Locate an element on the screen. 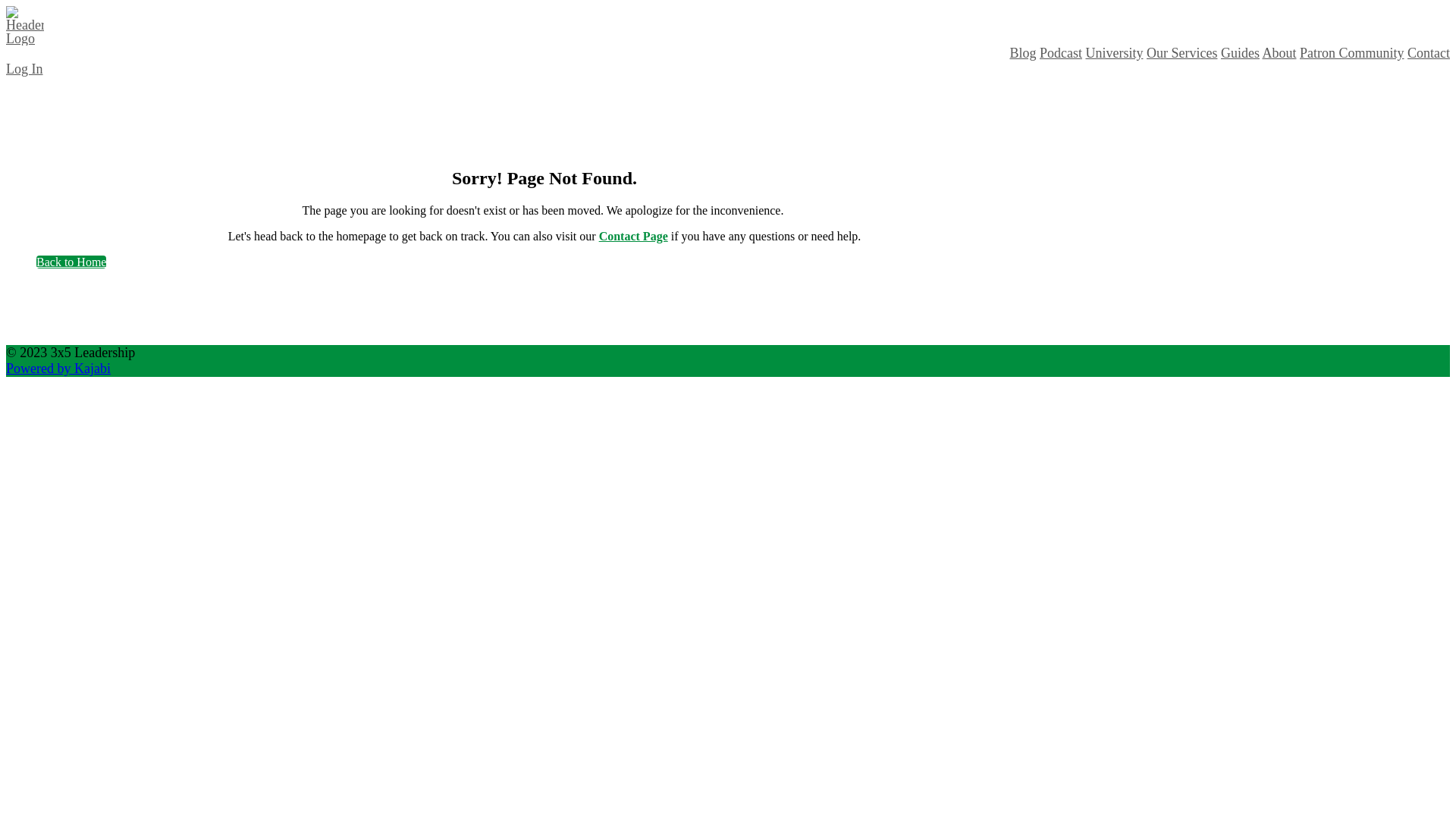 This screenshot has width=1456, height=819. 'Back to Home' is located at coordinates (71, 261).